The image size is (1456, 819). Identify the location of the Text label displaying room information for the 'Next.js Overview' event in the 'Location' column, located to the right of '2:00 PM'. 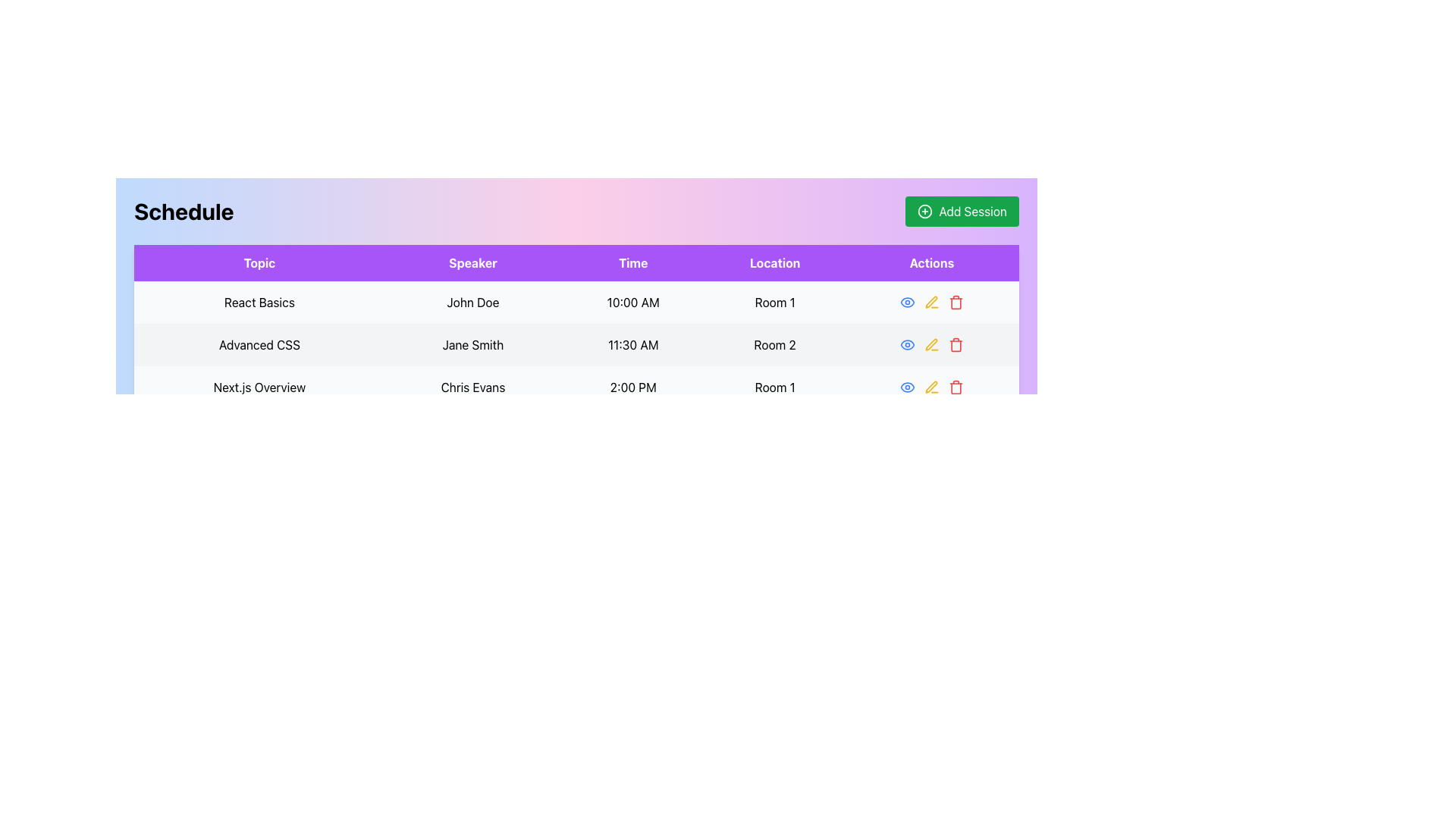
(775, 386).